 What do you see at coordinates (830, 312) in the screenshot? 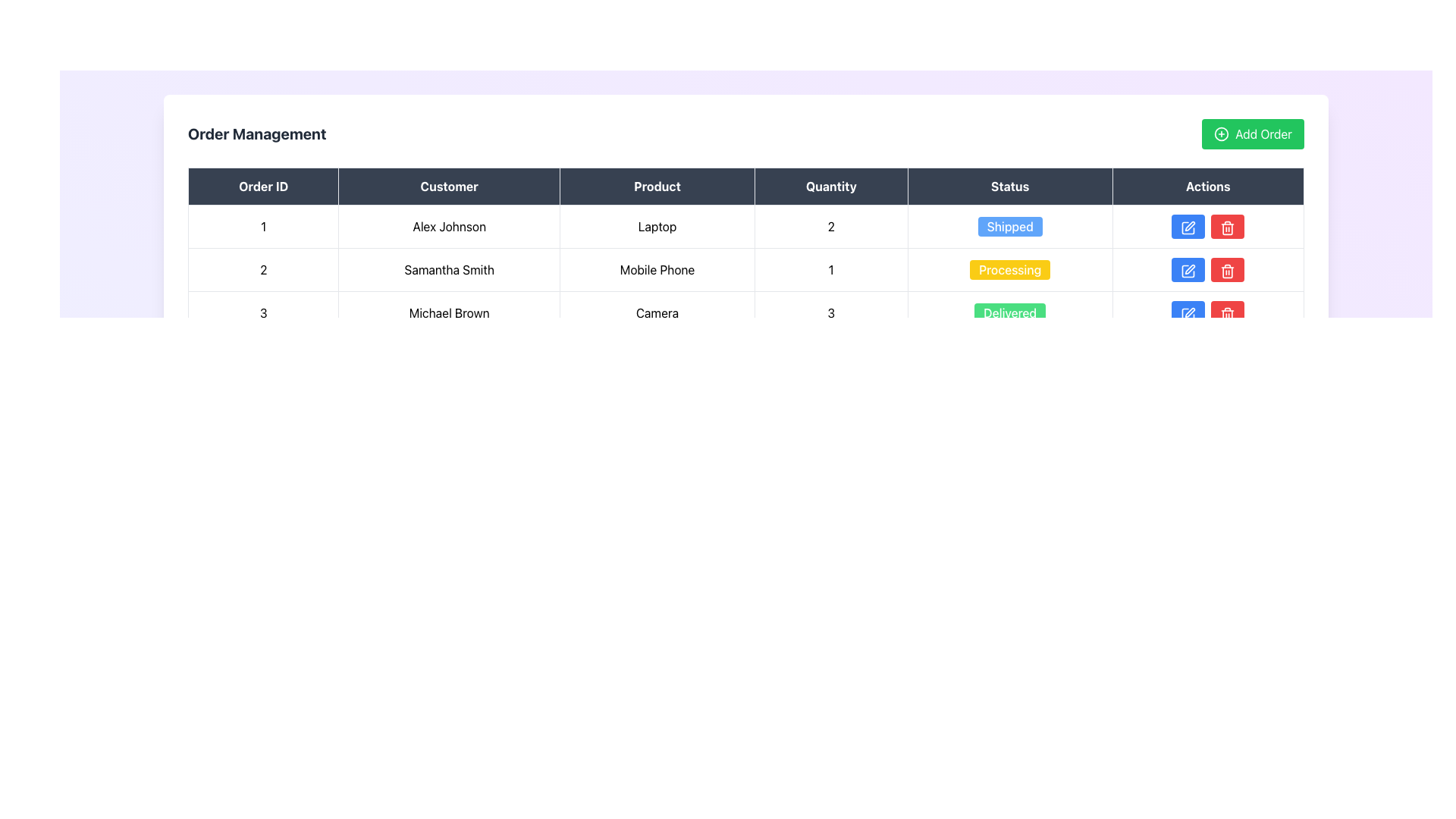
I see `the numeric text '3' located in the 'Quantity' column of the third row in the table, which is styled as a table cell and centrally aligned` at bounding box center [830, 312].